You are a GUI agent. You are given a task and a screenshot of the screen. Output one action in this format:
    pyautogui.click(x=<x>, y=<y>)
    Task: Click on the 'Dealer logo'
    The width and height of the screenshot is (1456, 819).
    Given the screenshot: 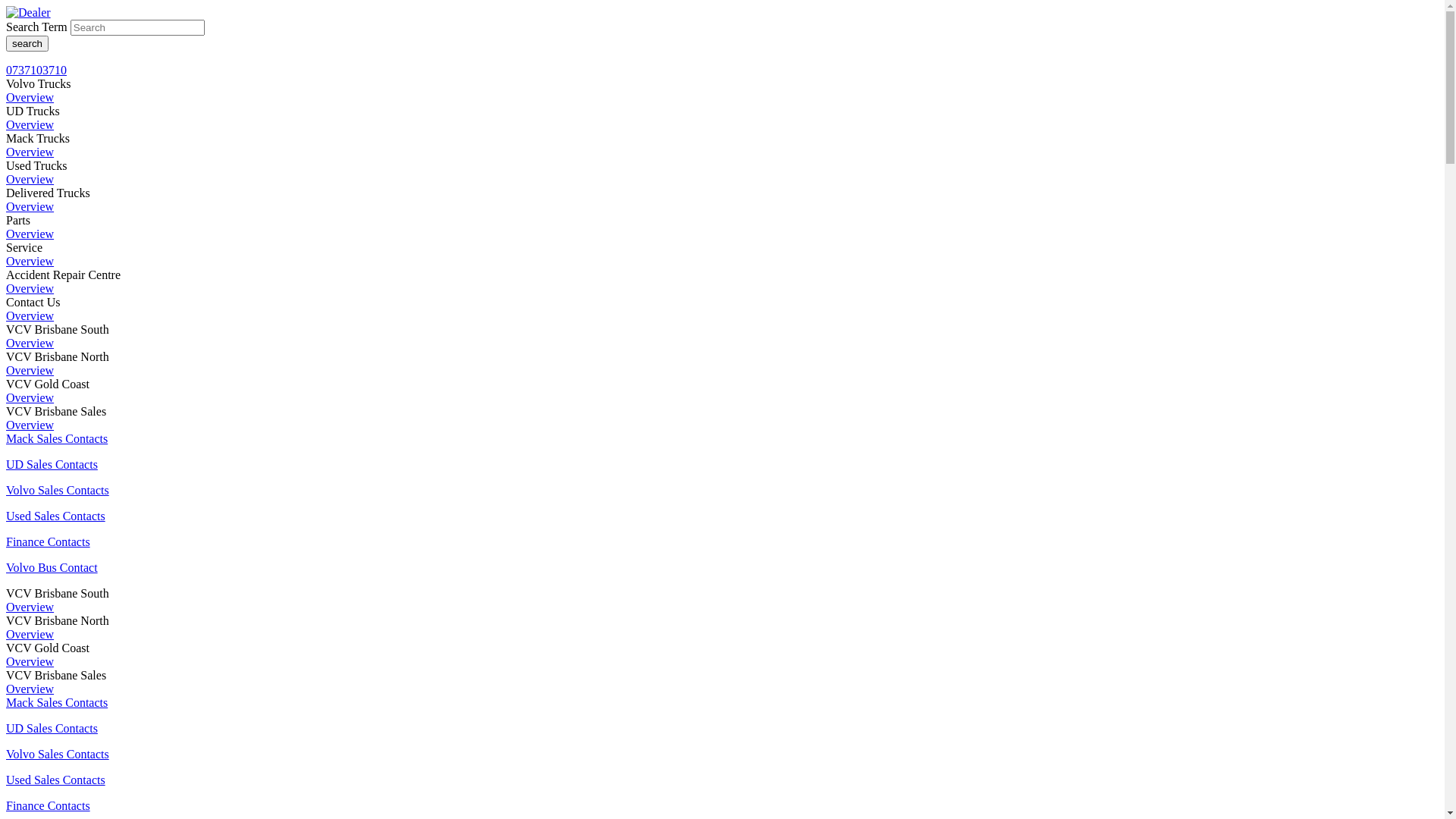 What is the action you would take?
    pyautogui.click(x=6, y=12)
    